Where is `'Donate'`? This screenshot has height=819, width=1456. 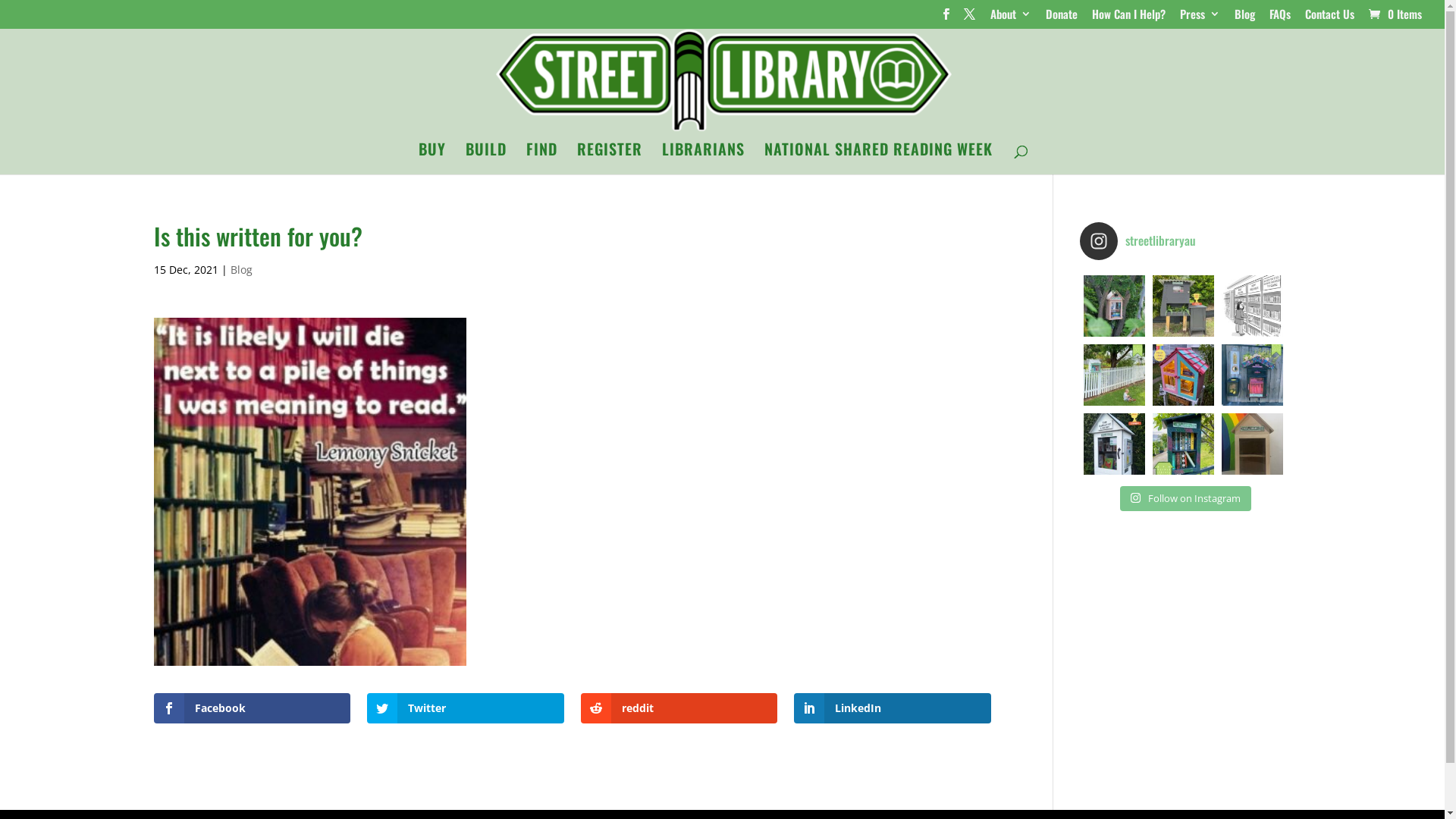 'Donate' is located at coordinates (1044, 17).